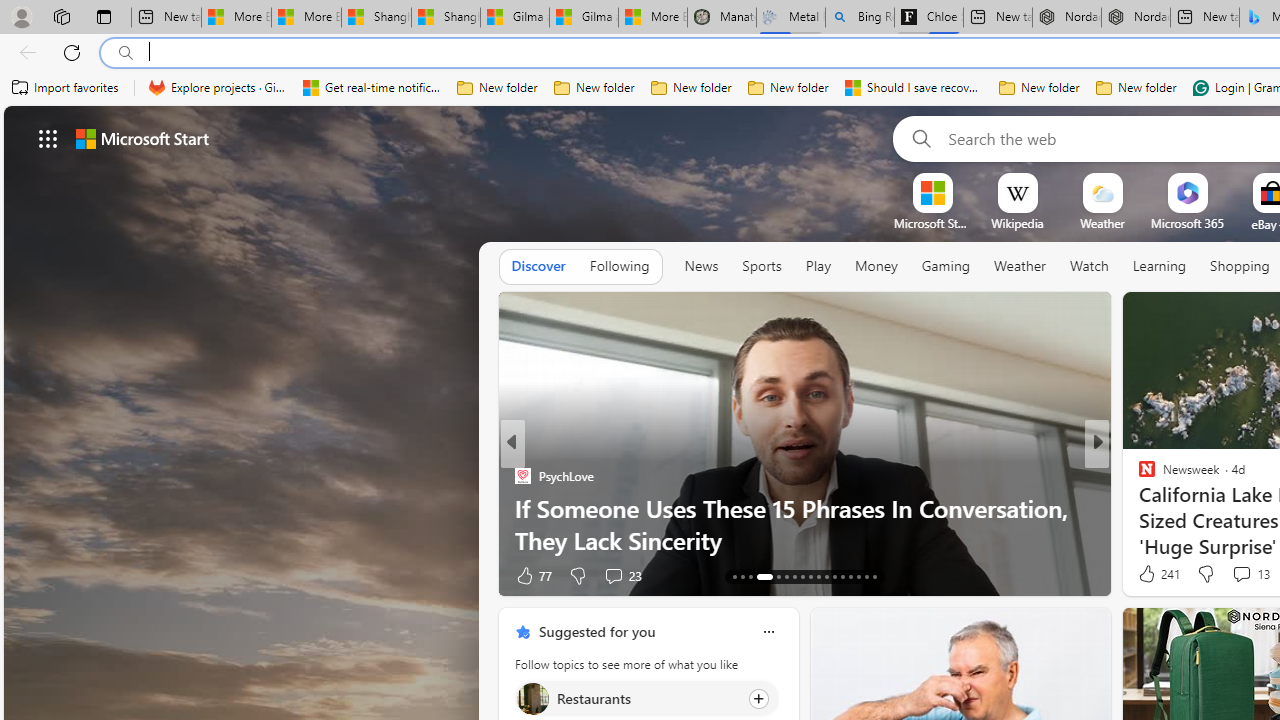  What do you see at coordinates (793, 577) in the screenshot?
I see `'AutomationID: tab-19'` at bounding box center [793, 577].